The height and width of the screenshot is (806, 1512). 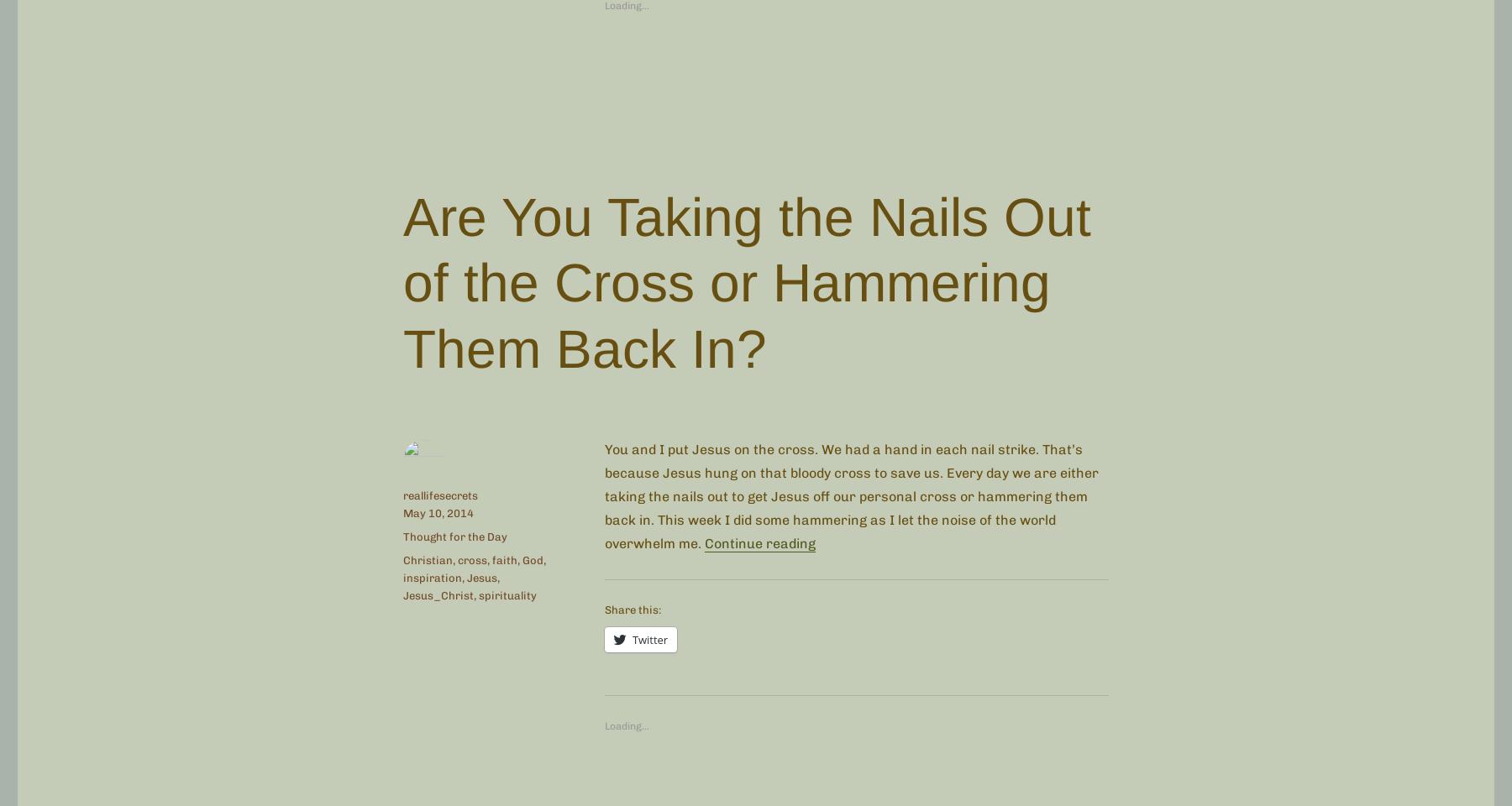 What do you see at coordinates (438, 595) in the screenshot?
I see `'Jesus_Christ'` at bounding box center [438, 595].